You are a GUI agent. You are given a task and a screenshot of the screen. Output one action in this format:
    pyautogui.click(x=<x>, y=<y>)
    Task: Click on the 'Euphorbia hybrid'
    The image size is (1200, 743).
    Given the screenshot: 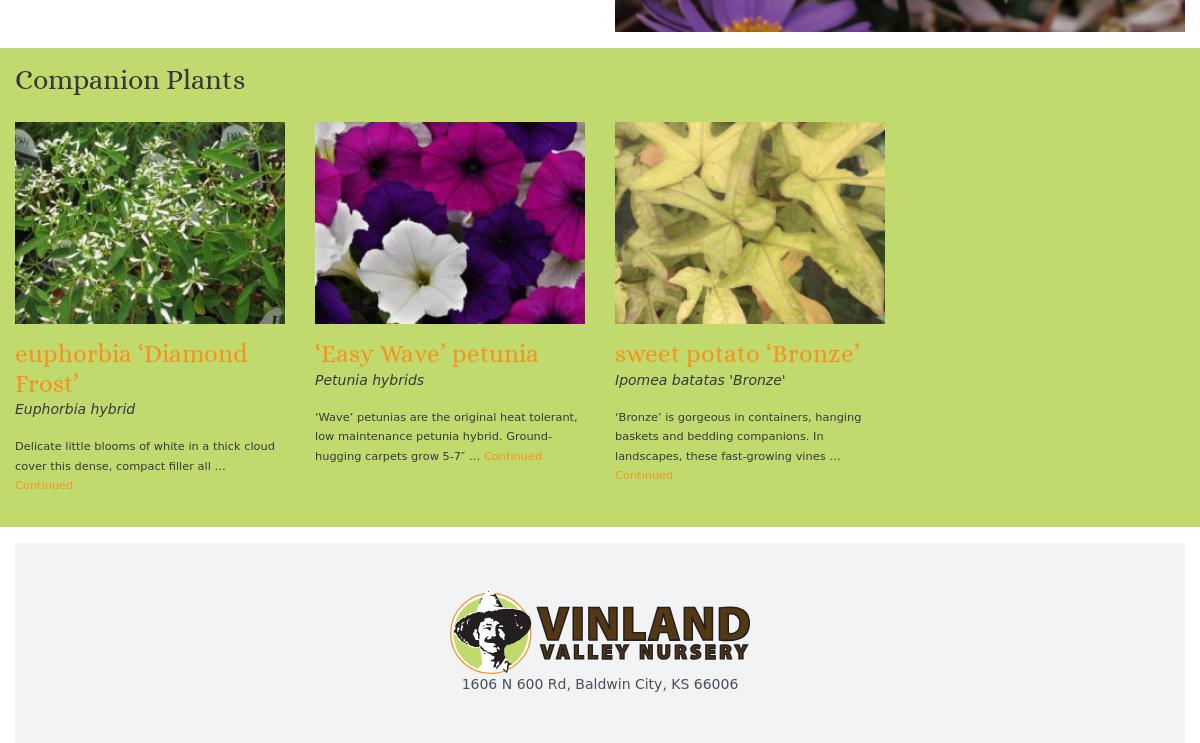 What is the action you would take?
    pyautogui.click(x=15, y=409)
    